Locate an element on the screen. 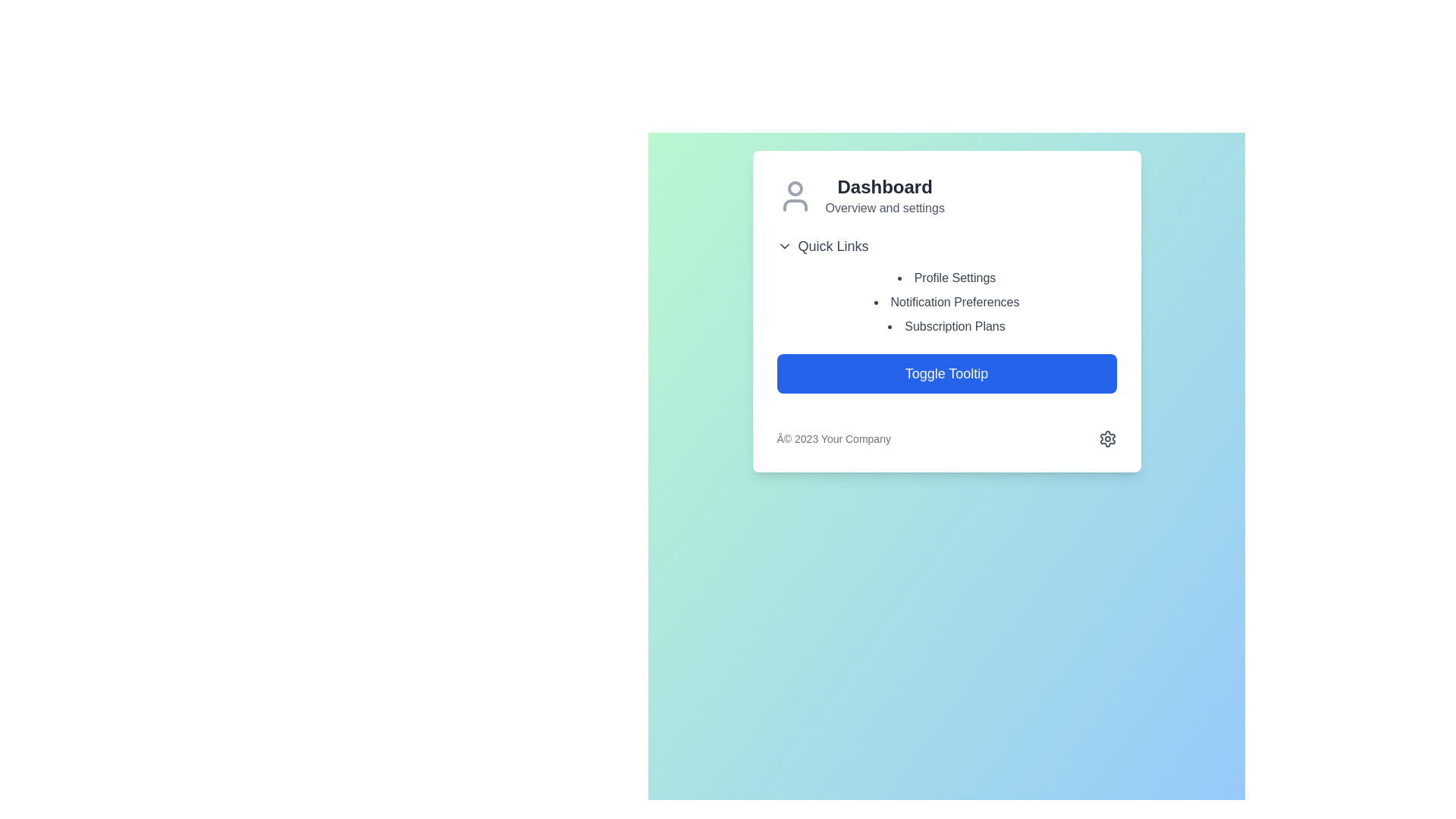  the 'Subscription Plans' text label, which is the third item in the vertical list under the 'Quick Links' section is located at coordinates (946, 326).